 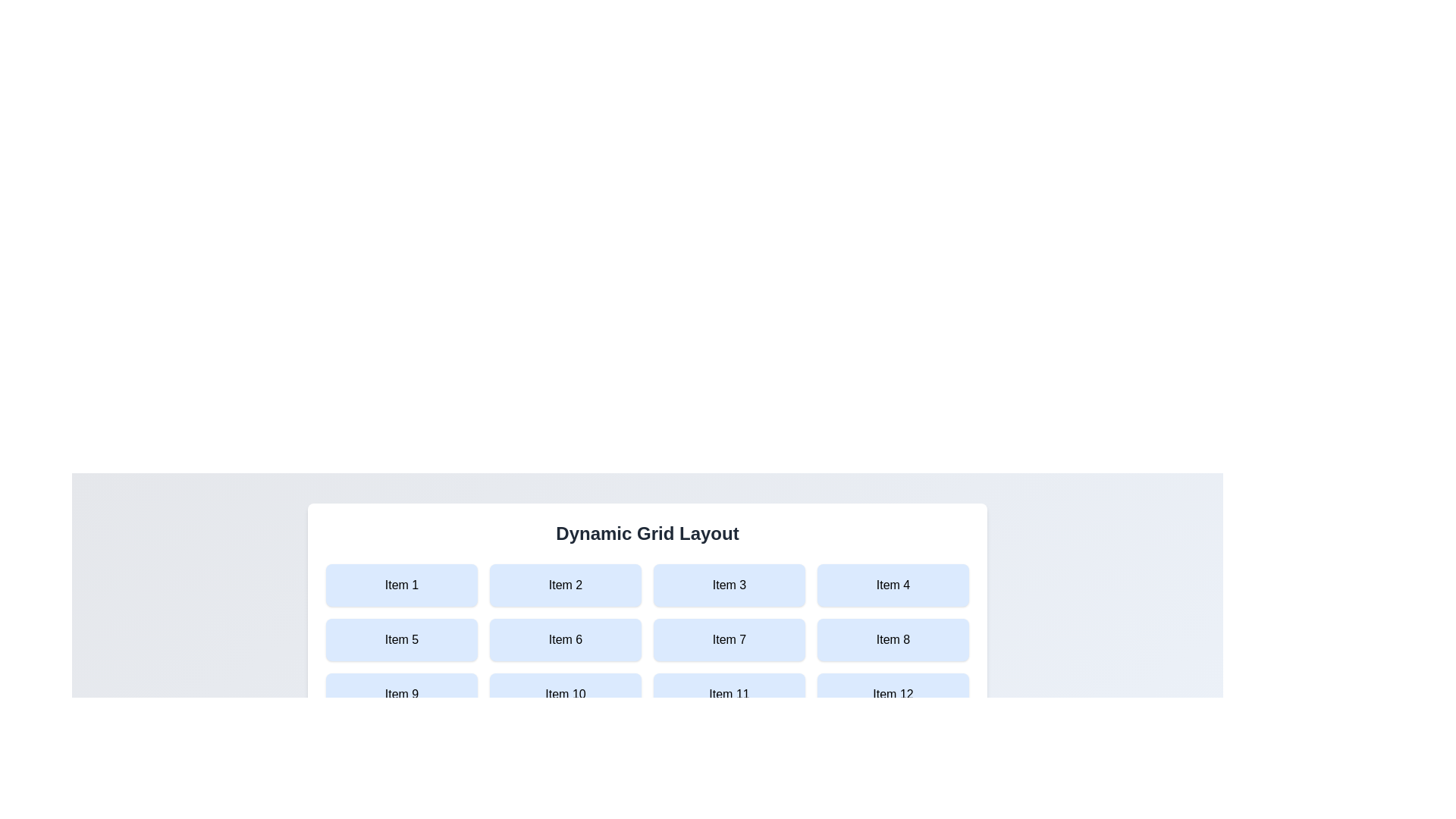 What do you see at coordinates (893, 640) in the screenshot?
I see `the individual item button located in the second row and fourth column of a 4x4 grid layout` at bounding box center [893, 640].